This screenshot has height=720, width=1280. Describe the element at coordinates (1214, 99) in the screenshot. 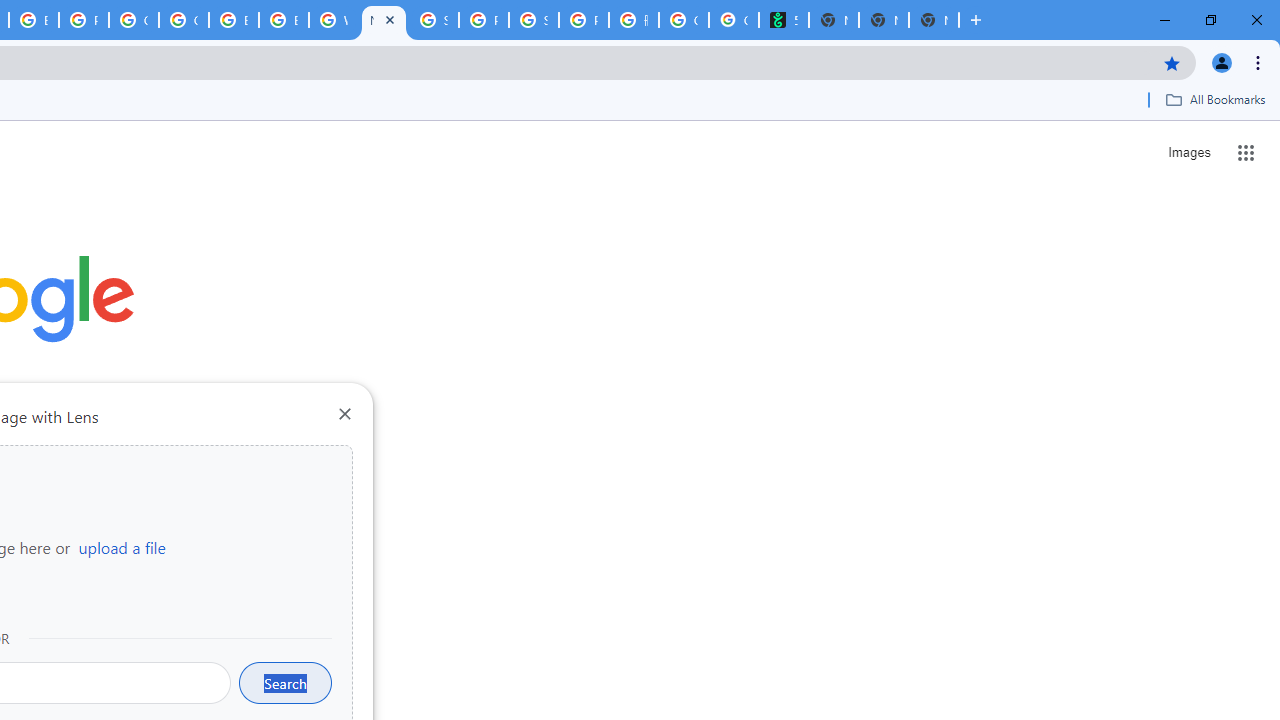

I see `'All Bookmarks'` at that location.